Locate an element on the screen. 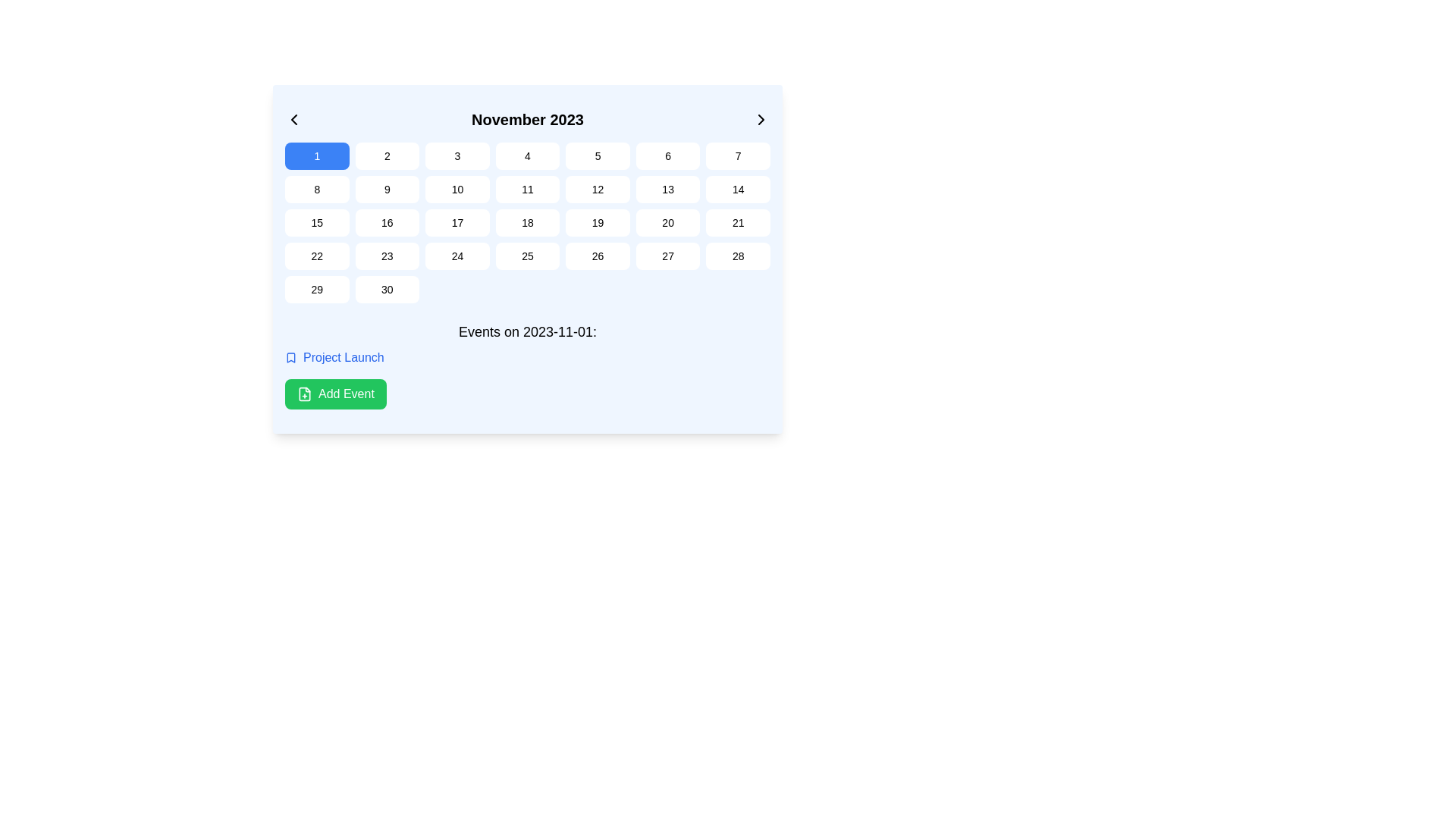 This screenshot has height=819, width=1456. the interactive calendar cell representing the 13th day of the month is located at coordinates (667, 189).